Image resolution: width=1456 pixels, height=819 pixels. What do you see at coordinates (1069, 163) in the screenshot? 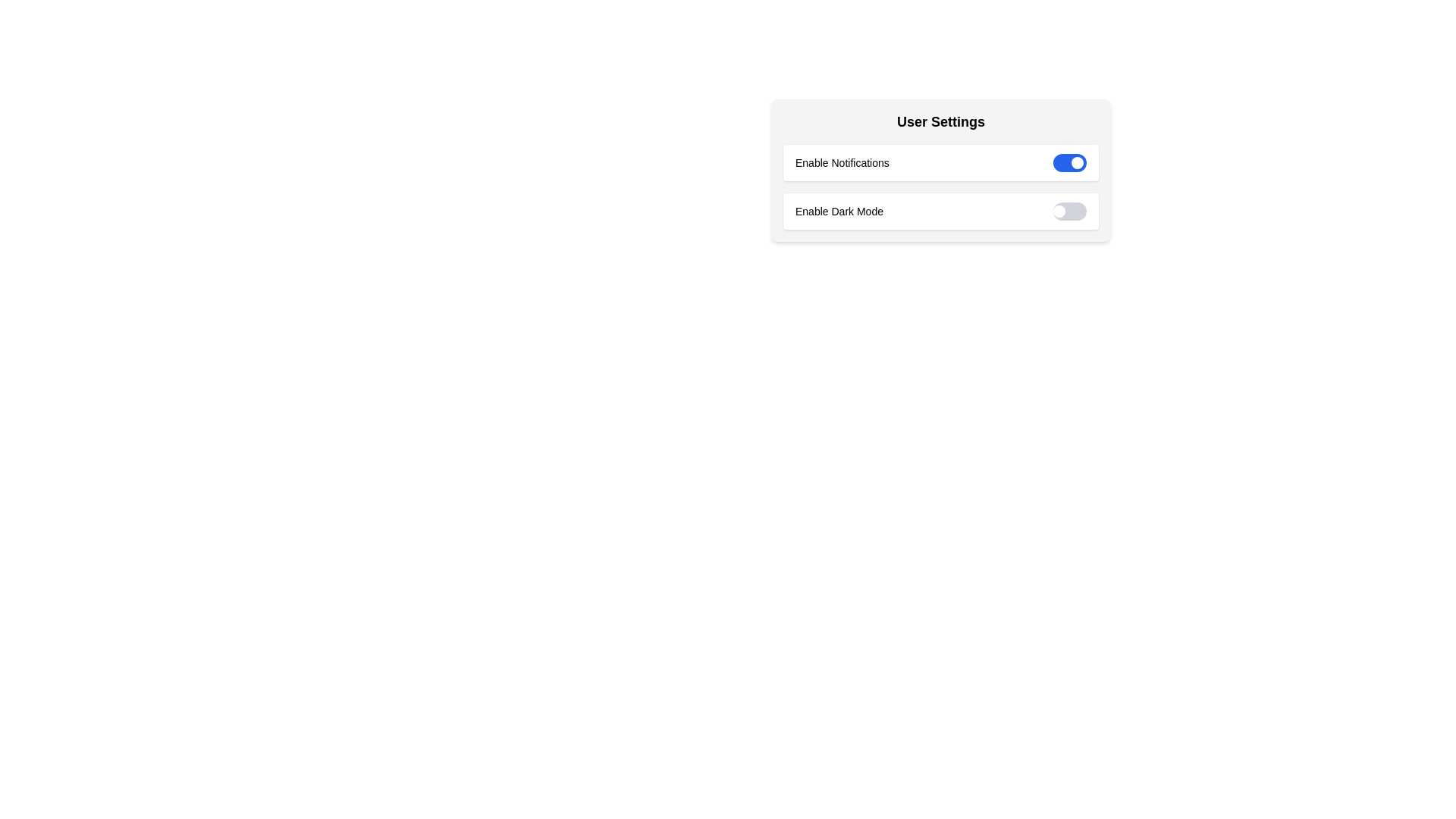
I see `the blue horizontal oval toggle switch labeled 'Enable Notifications'` at bounding box center [1069, 163].